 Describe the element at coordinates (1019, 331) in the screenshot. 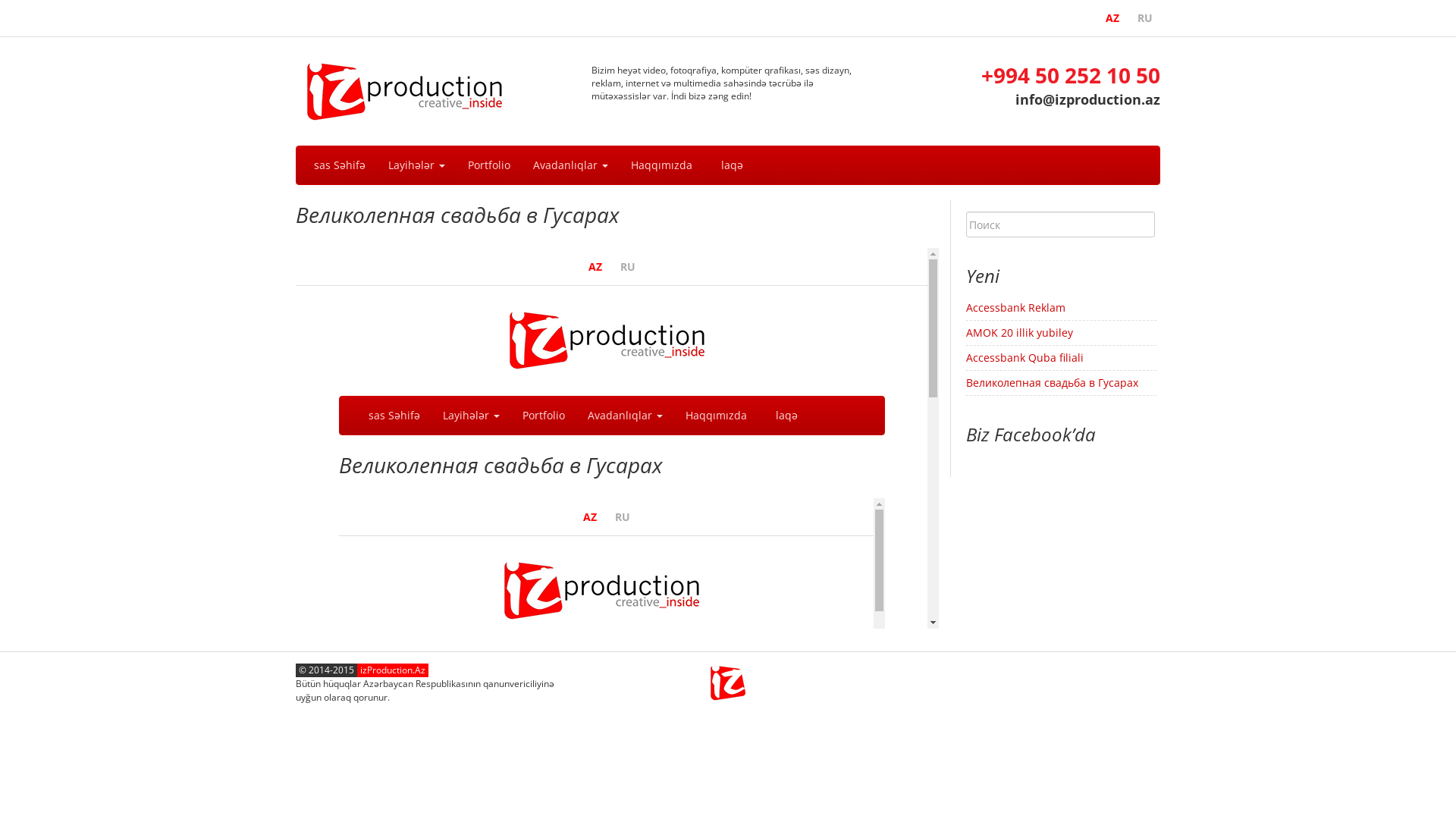

I see `'AMOK 20 illik yubiley'` at that location.